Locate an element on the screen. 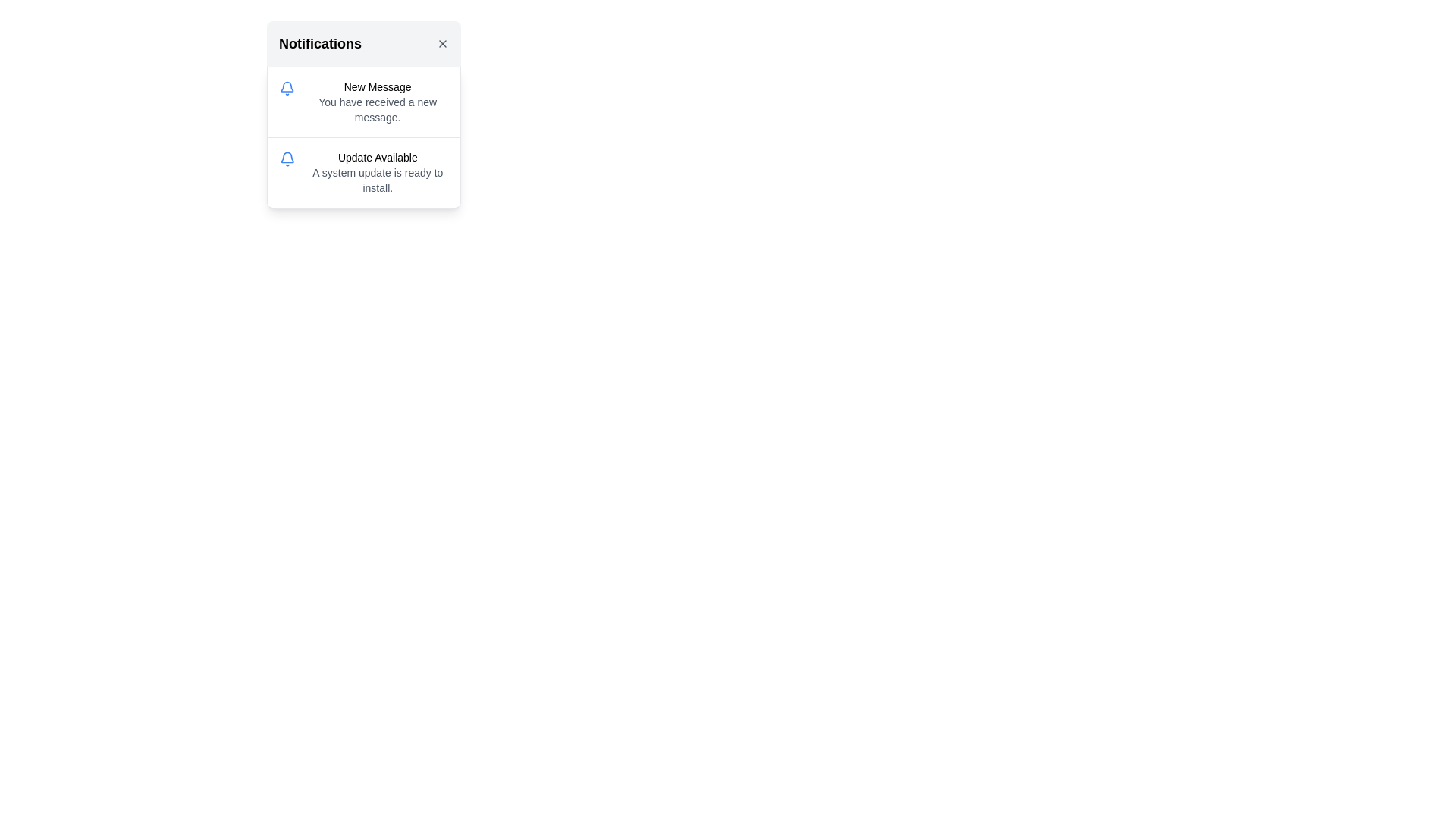  the Notification icon (bell icon) located in the top-left corner of the last notification entry, which indicates an alert for 'Update Available' is located at coordinates (287, 158).